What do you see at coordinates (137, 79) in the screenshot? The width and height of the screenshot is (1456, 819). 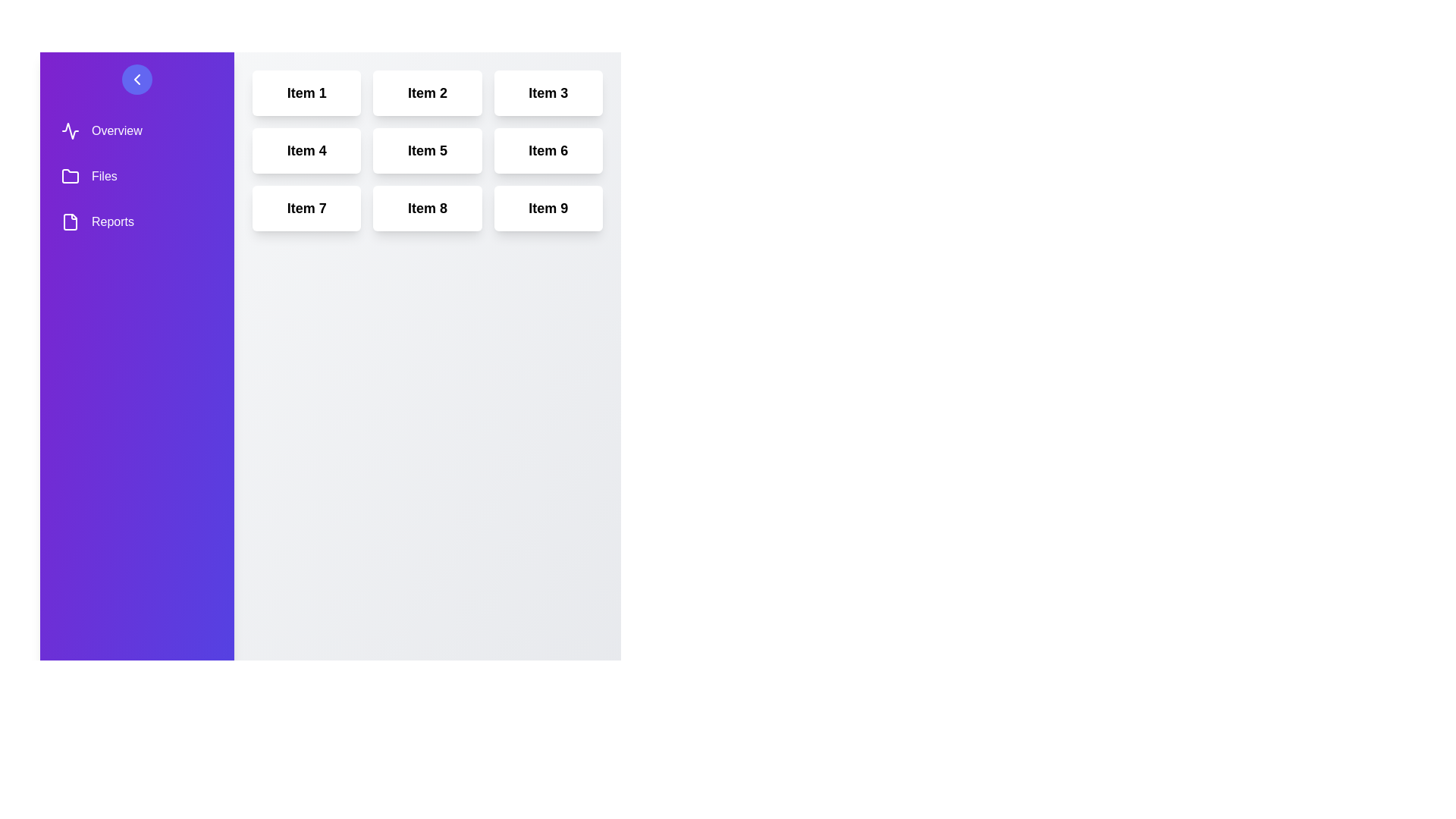 I see `sidebar toggle button to toggle the sidebar visibility` at bounding box center [137, 79].